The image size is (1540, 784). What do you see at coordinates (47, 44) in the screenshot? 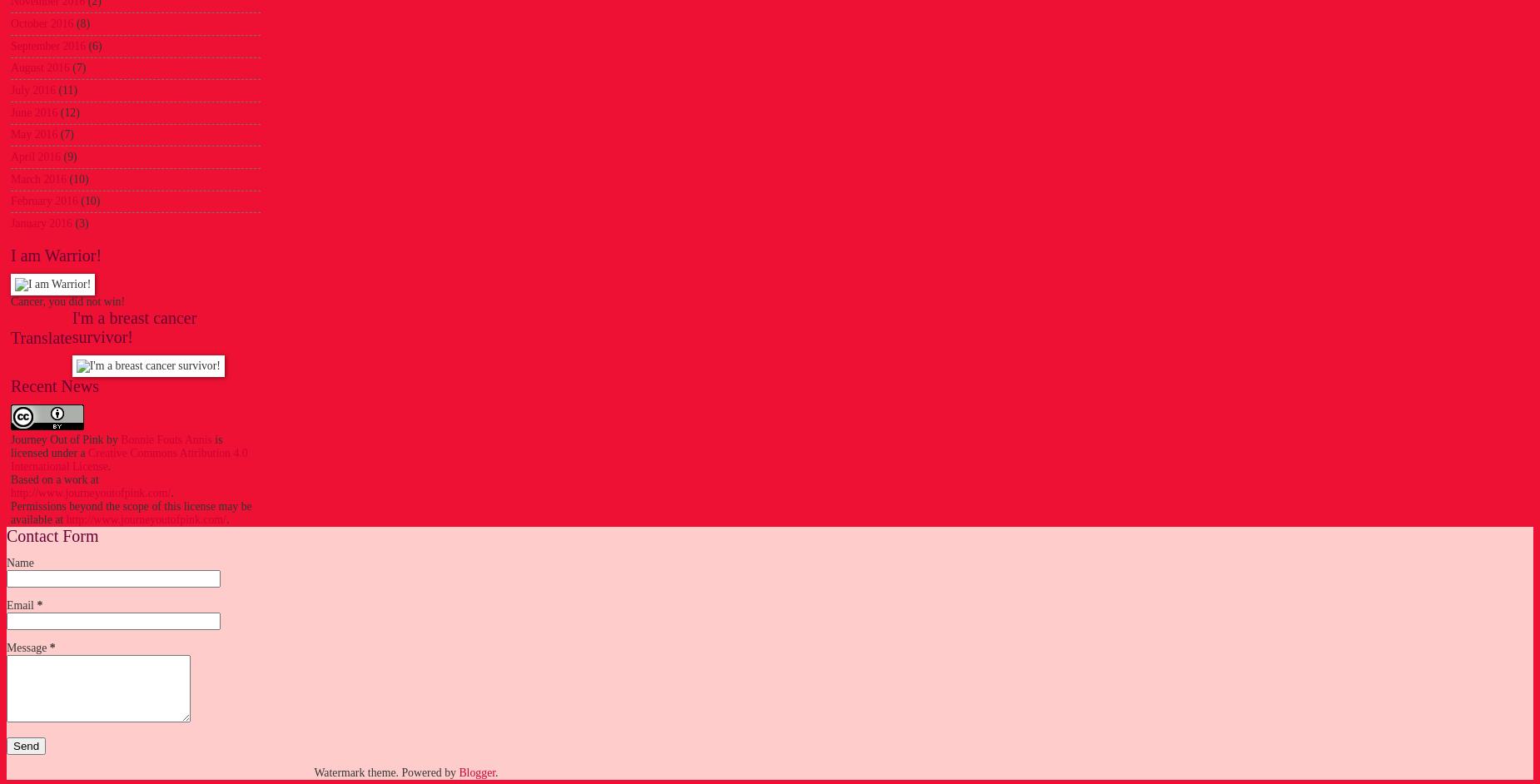
I see `'September 2016'` at bounding box center [47, 44].